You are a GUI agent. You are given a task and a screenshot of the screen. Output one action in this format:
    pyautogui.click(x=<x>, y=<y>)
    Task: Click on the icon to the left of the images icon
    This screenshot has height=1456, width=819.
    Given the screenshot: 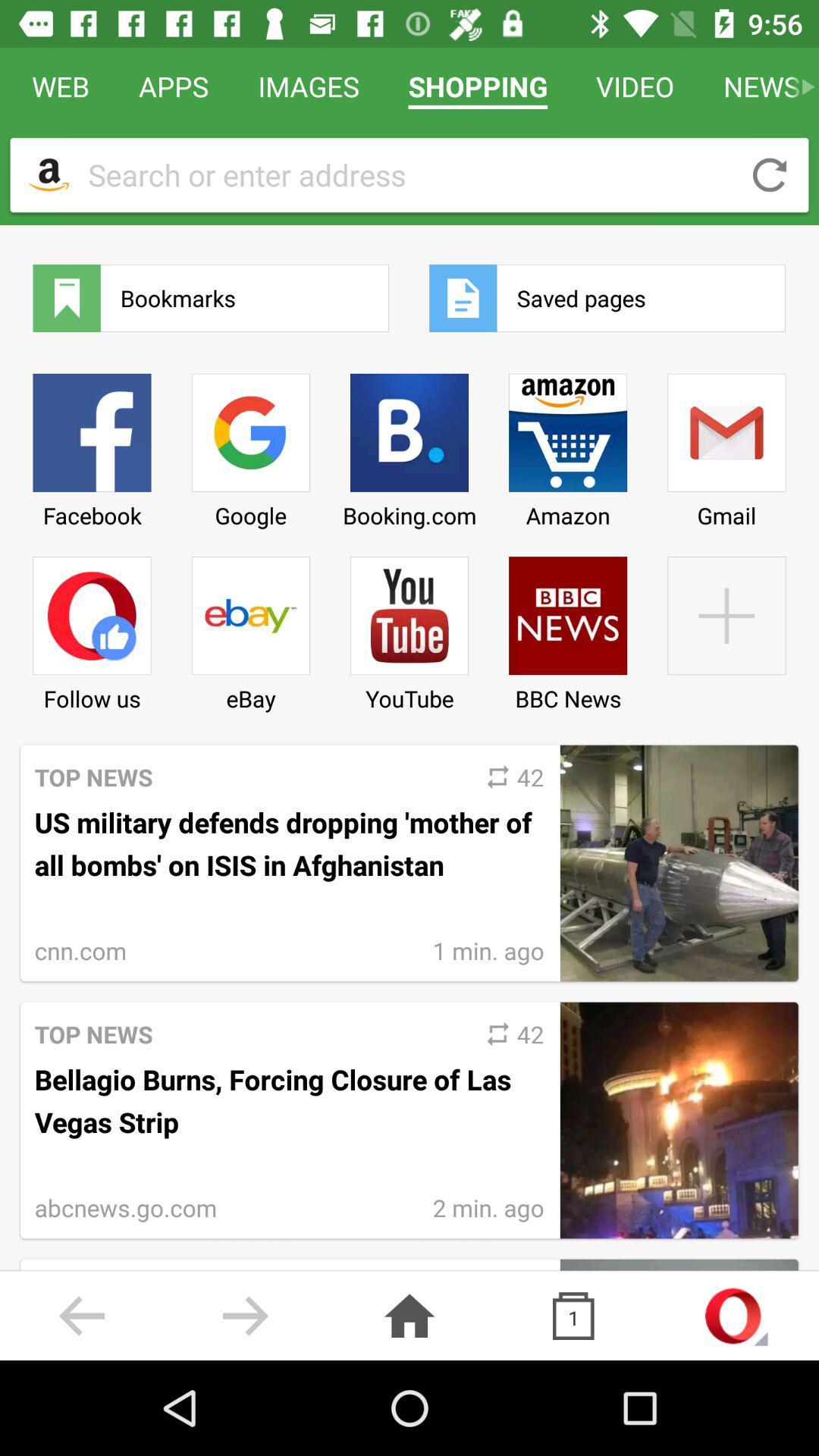 What is the action you would take?
    pyautogui.click(x=173, y=86)
    